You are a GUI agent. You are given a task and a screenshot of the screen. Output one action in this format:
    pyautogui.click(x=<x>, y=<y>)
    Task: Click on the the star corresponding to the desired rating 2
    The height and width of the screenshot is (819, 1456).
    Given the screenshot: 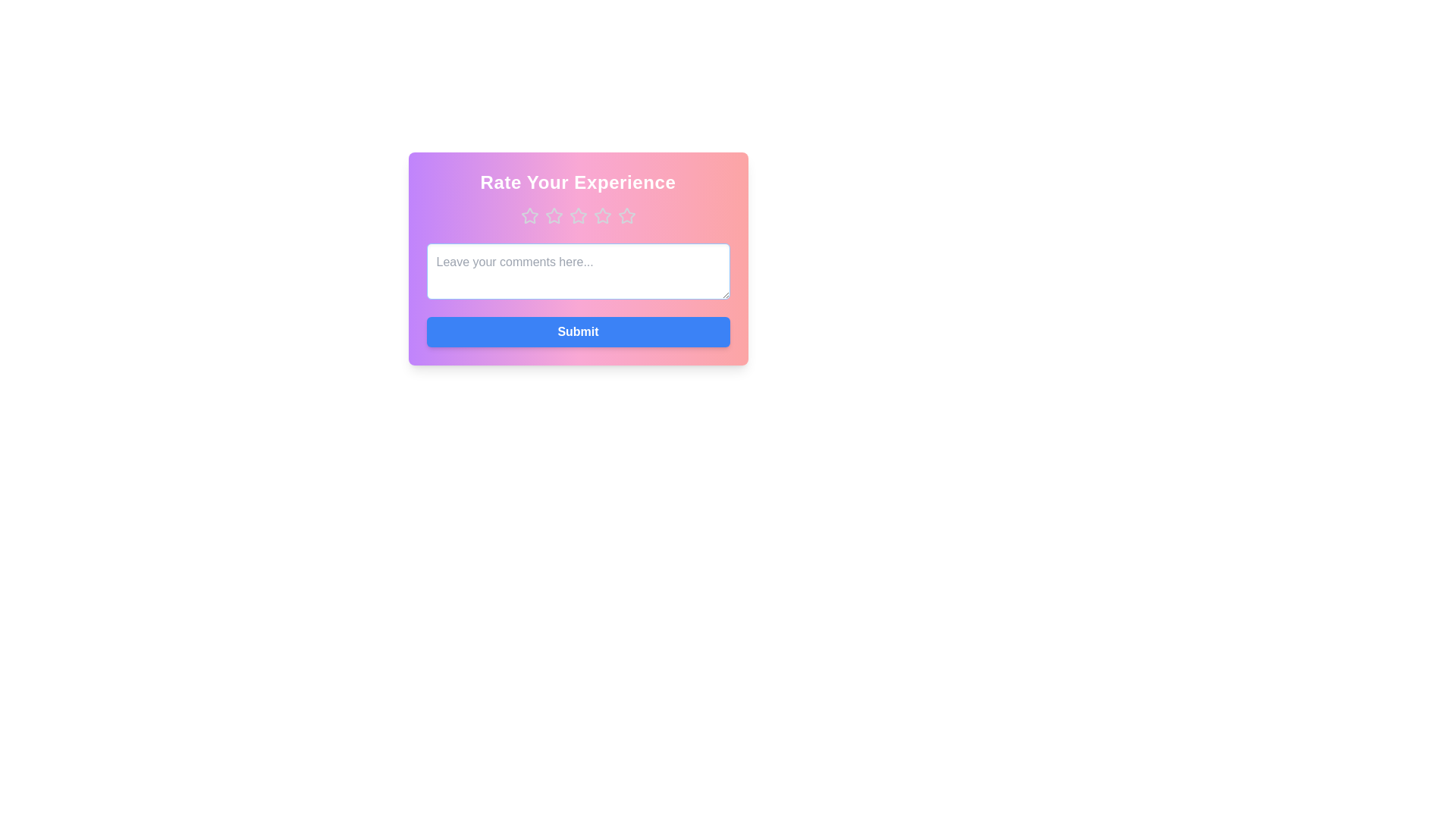 What is the action you would take?
    pyautogui.click(x=553, y=216)
    